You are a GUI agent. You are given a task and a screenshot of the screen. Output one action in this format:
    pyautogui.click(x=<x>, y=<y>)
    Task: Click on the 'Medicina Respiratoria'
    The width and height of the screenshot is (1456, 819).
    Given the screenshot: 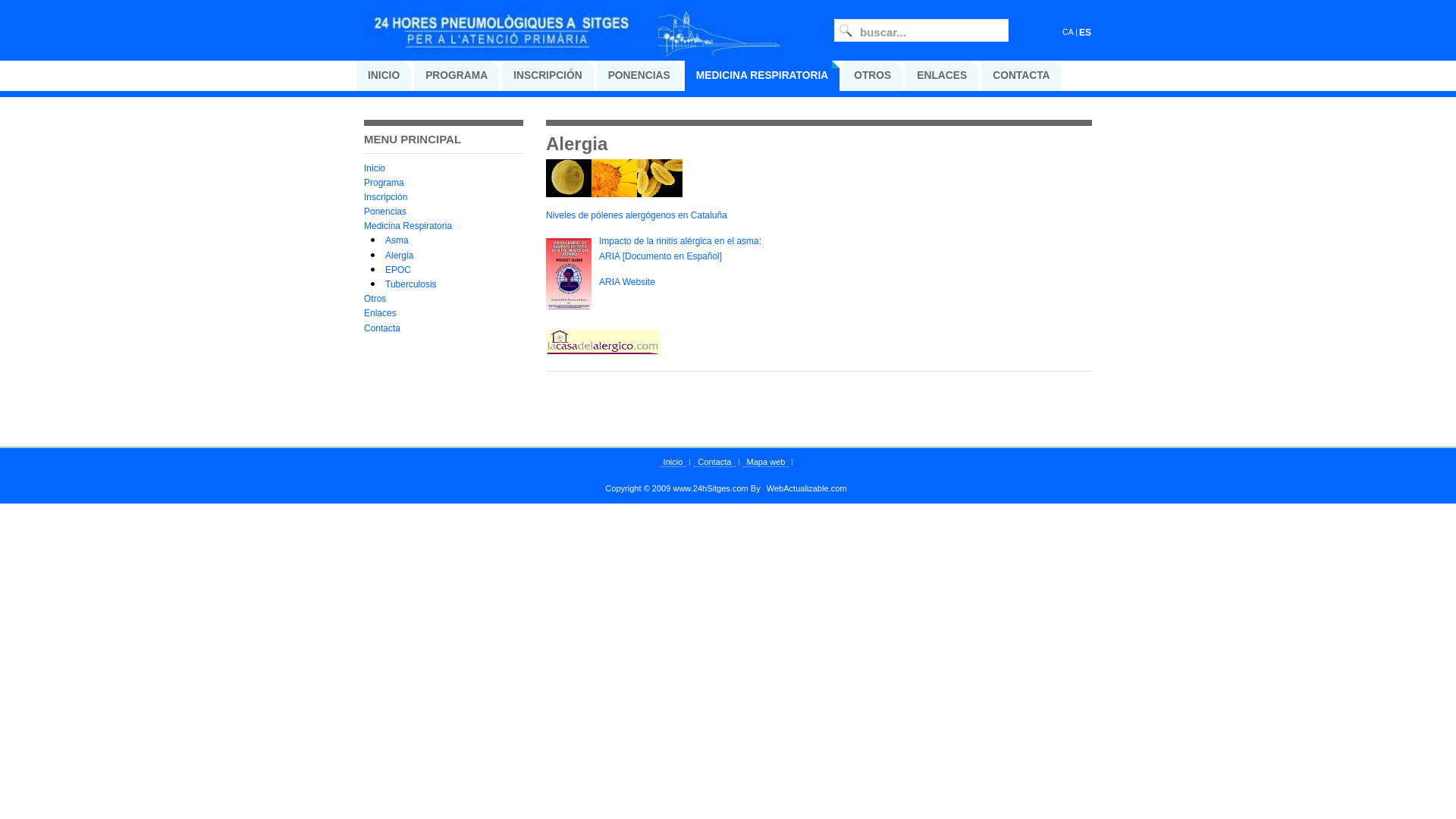 What is the action you would take?
    pyautogui.click(x=407, y=225)
    